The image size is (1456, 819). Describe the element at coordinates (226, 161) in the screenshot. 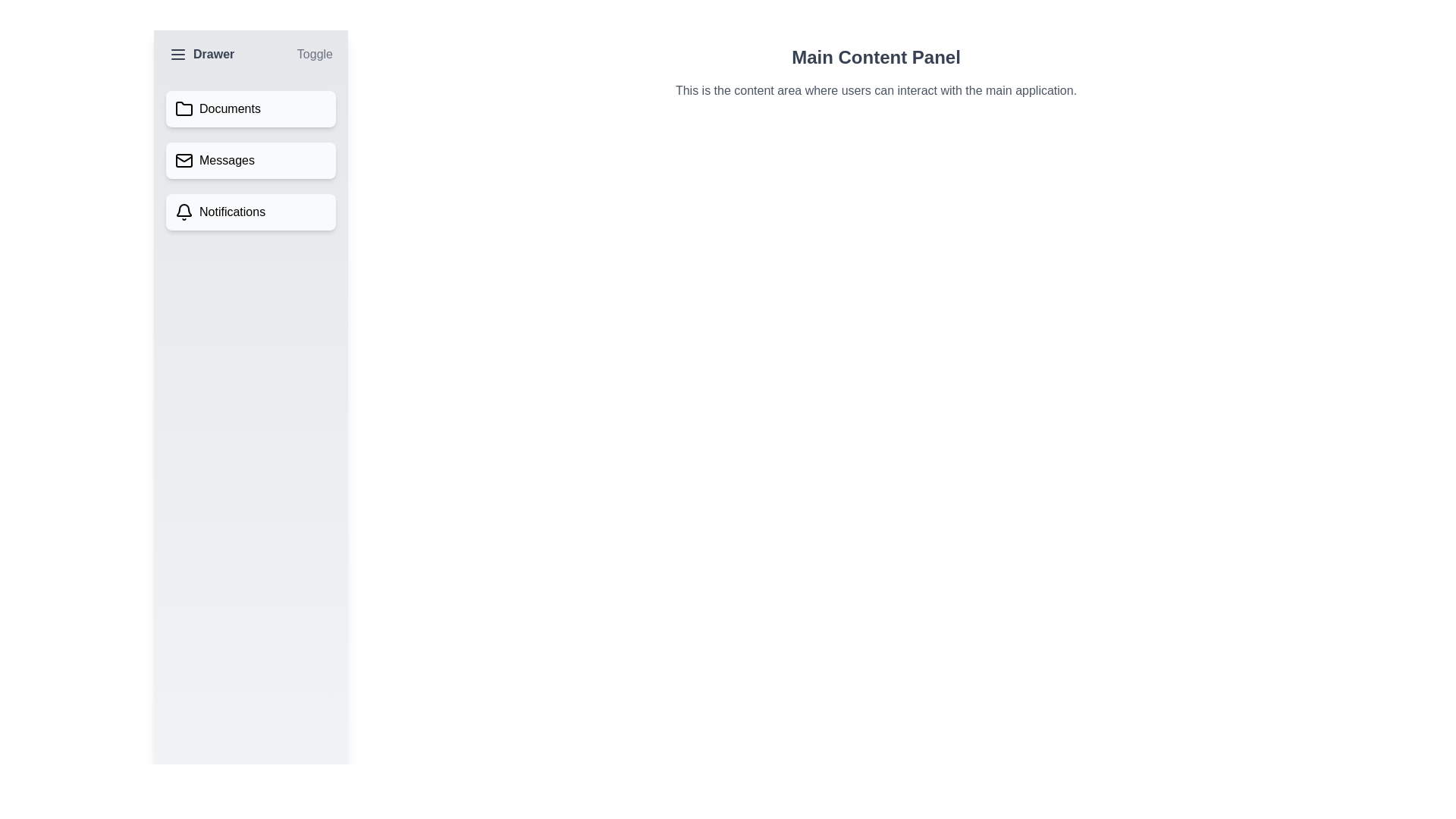

I see `the 'Messages' text label in the left-hand sidebar, which is styled with a bold black font and is the second option in a vertical navigation menu` at that location.